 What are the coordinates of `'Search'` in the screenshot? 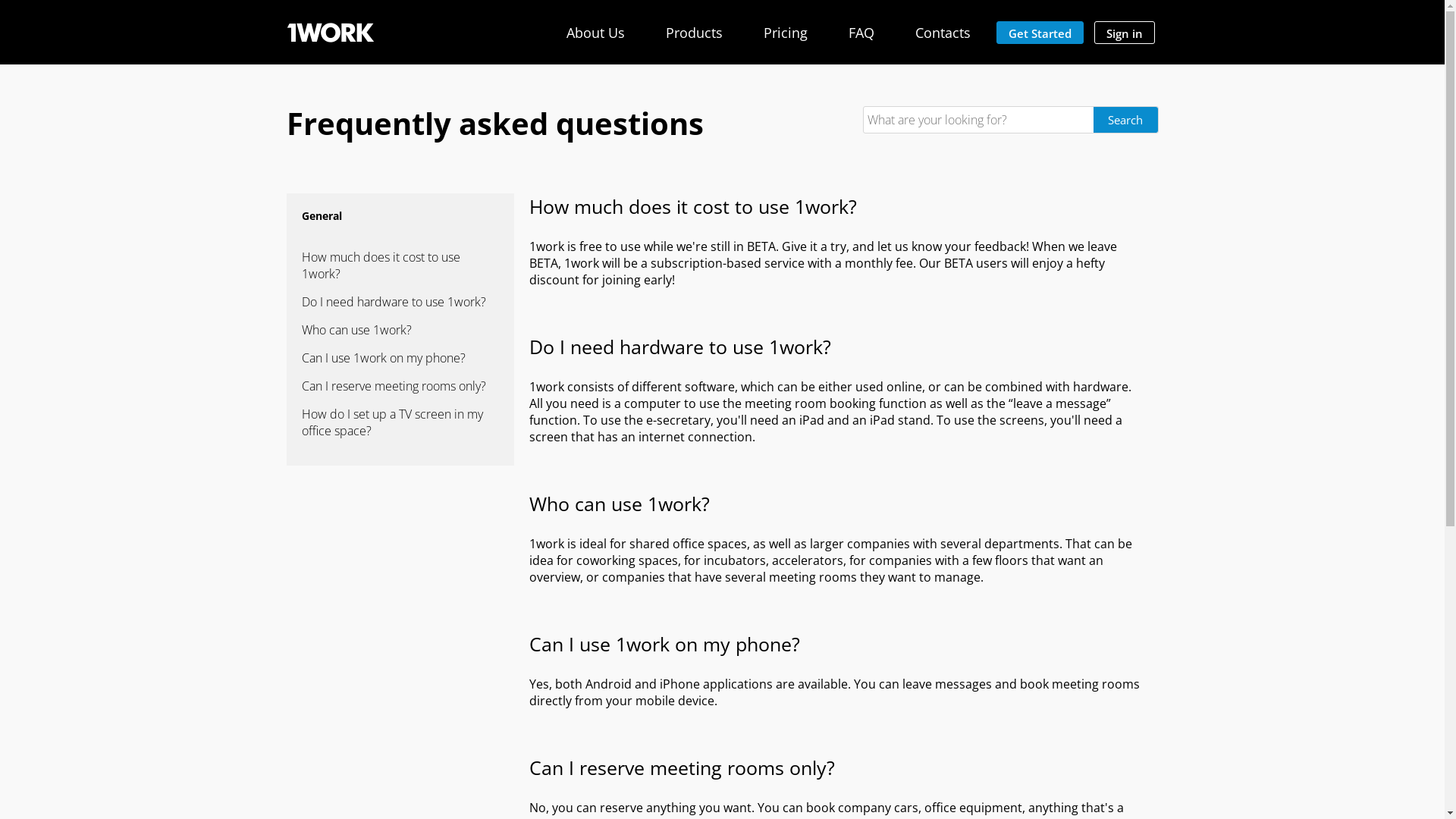 It's located at (1125, 119).